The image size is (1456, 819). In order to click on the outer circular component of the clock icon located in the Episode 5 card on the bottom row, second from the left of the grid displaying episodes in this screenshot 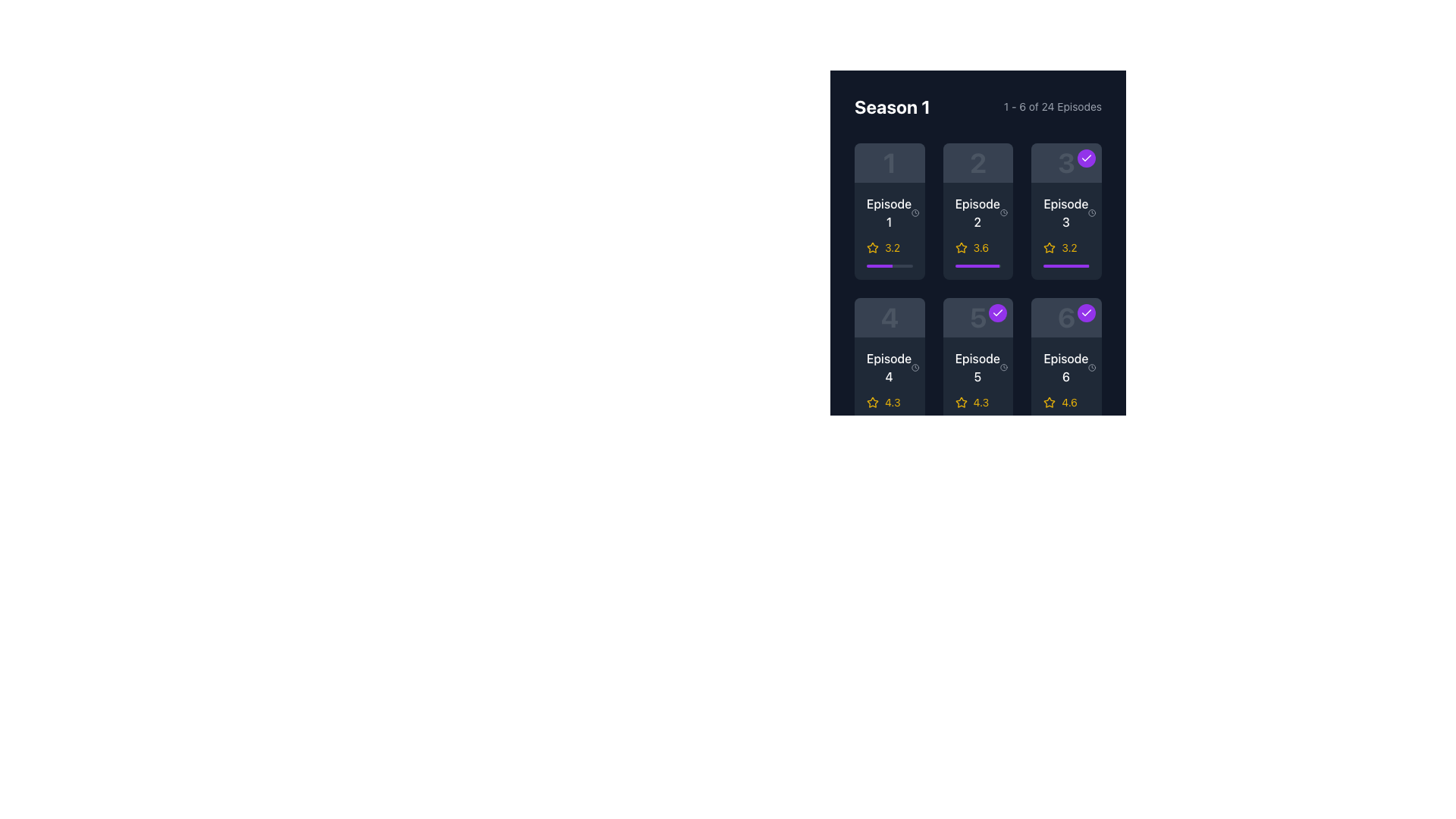, I will do `click(1004, 368)`.